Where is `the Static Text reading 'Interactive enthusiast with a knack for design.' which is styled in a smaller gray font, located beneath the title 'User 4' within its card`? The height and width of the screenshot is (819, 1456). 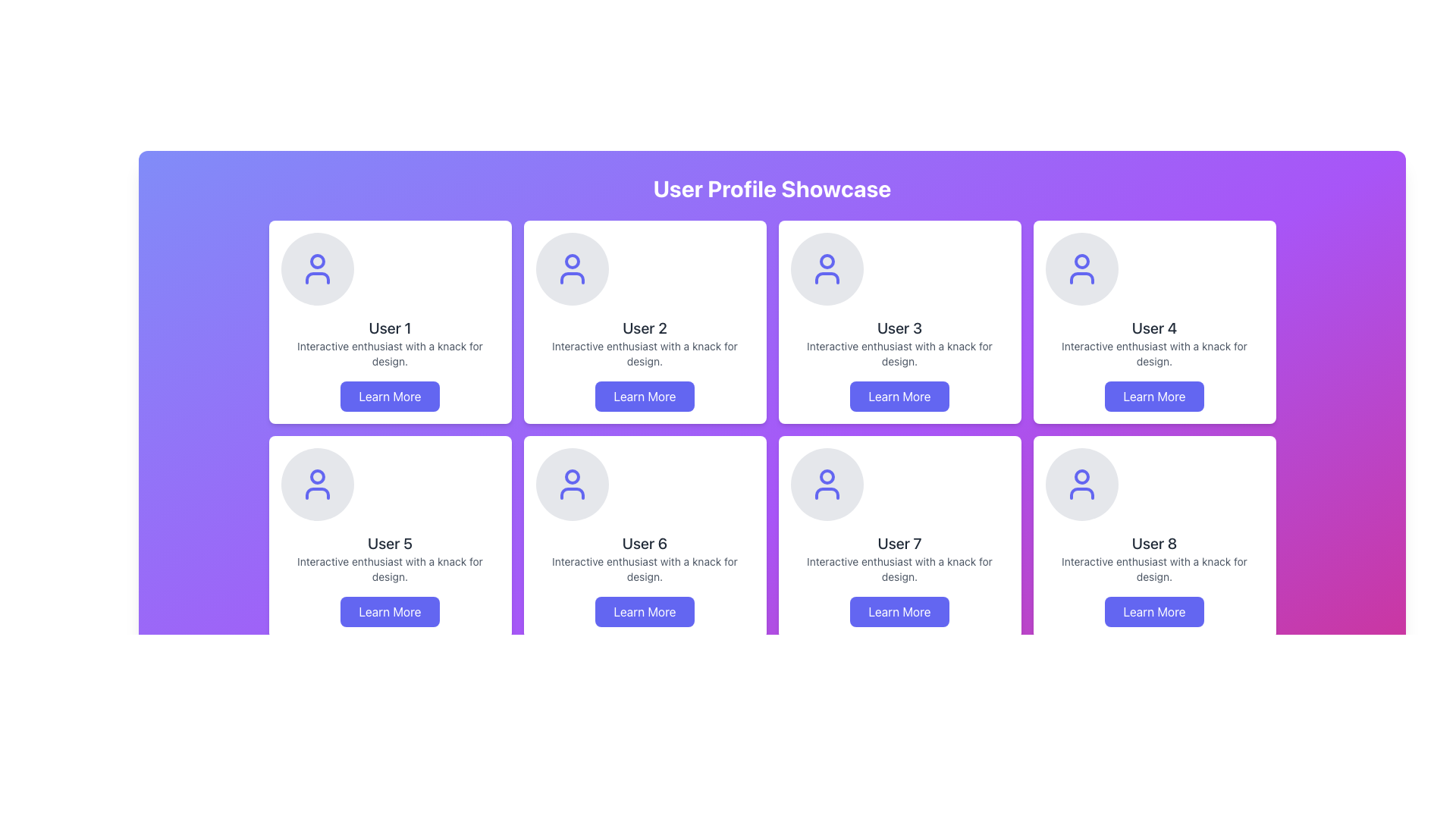
the Static Text reading 'Interactive enthusiast with a knack for design.' which is styled in a smaller gray font, located beneath the title 'User 4' within its card is located at coordinates (1153, 353).